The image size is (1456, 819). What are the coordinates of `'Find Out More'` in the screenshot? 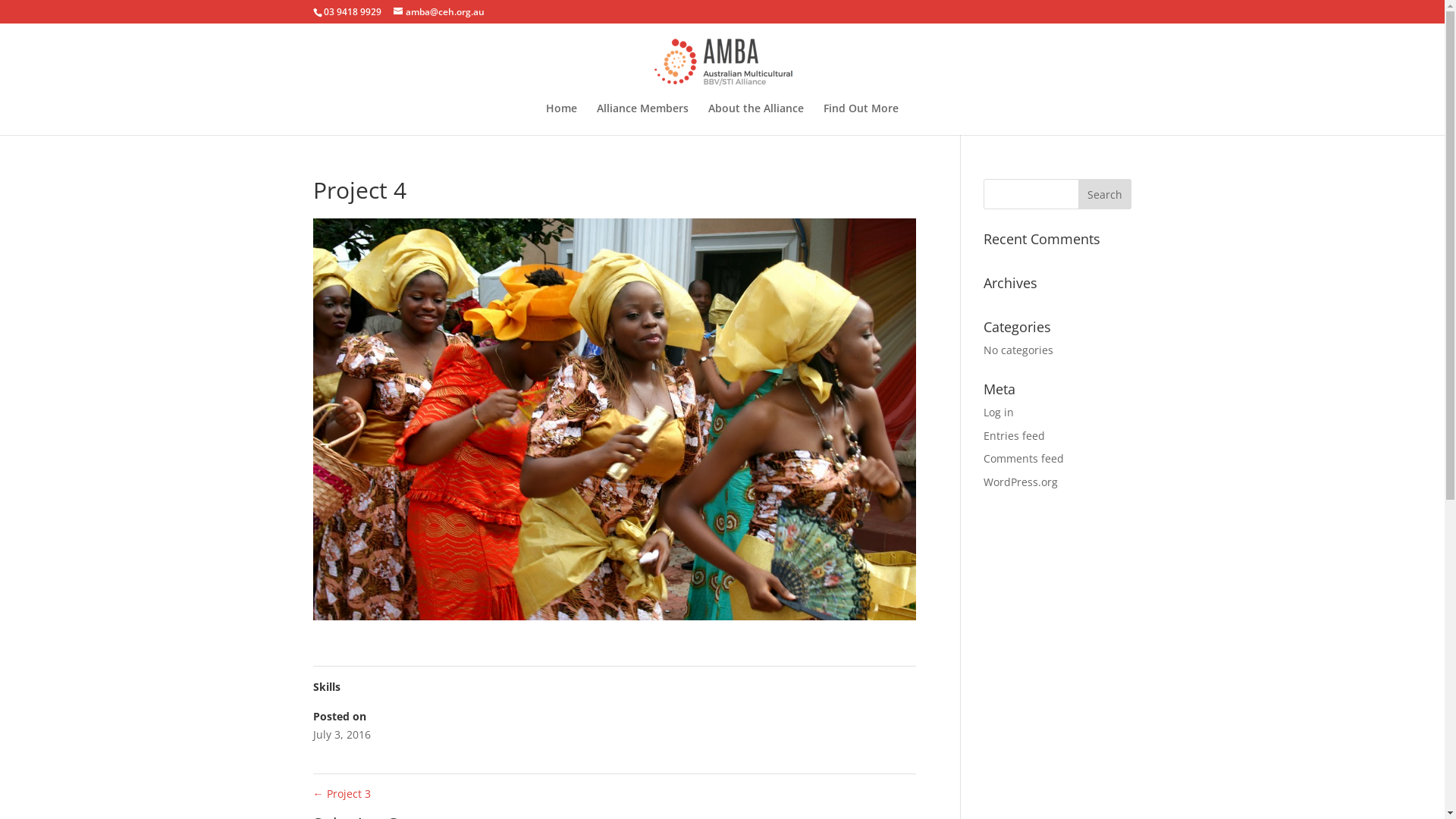 It's located at (861, 118).